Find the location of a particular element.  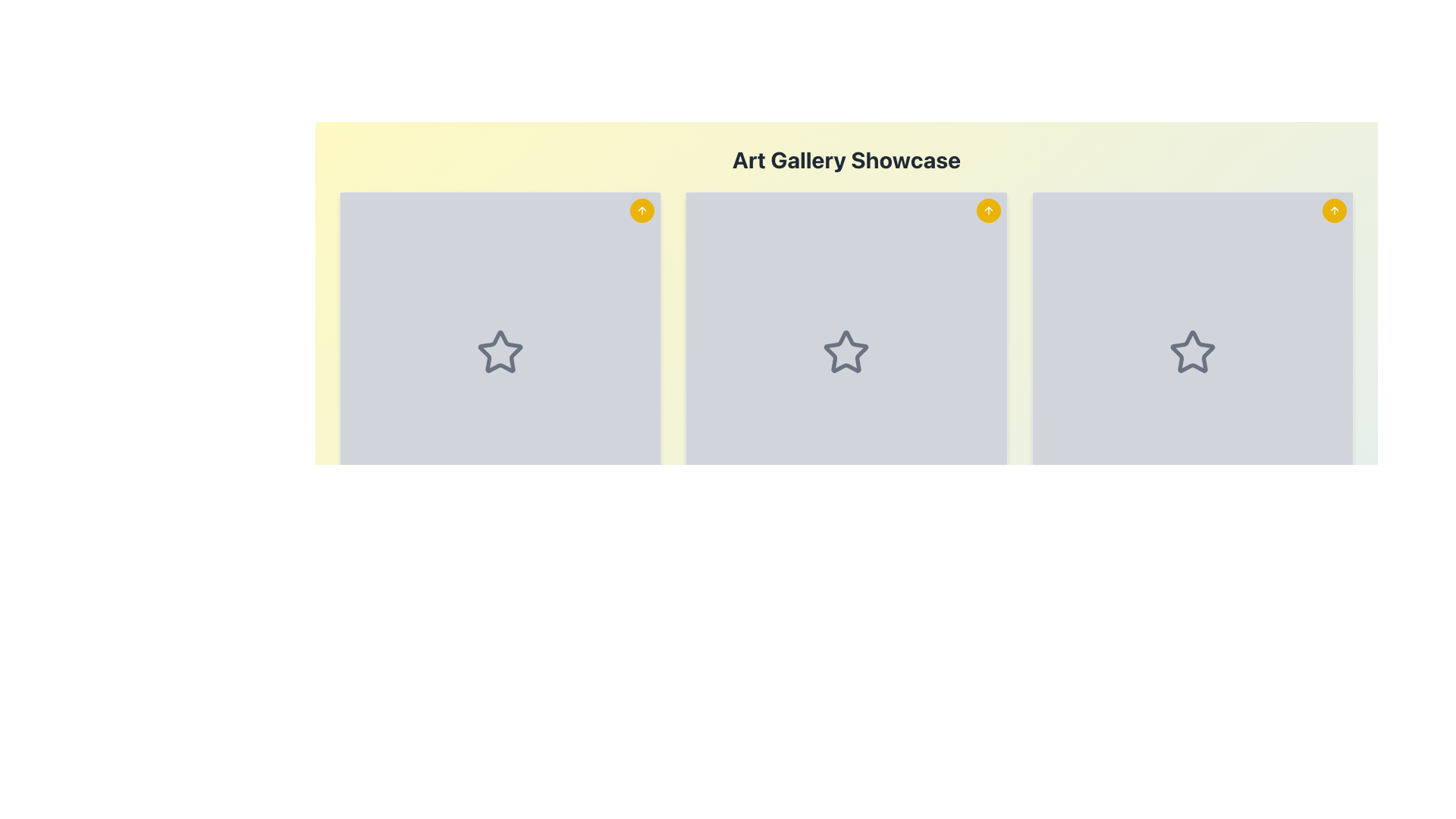

the text header element located at the top of the interface, which serves as the title for the art gallery showcase is located at coordinates (846, 160).